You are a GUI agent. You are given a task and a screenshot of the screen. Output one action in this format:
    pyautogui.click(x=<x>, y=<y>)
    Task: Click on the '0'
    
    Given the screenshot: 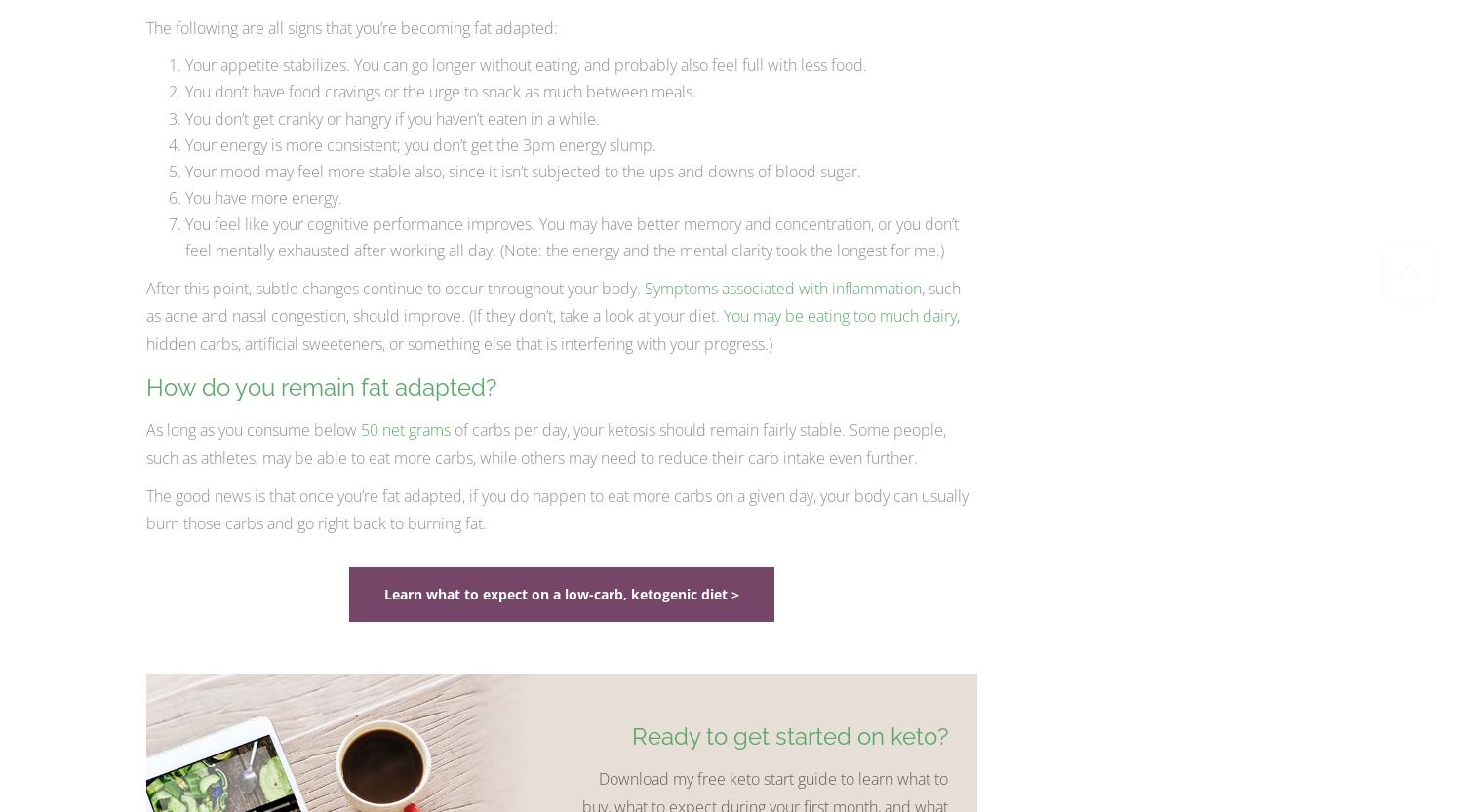 What is the action you would take?
    pyautogui.click(x=792, y=85)
    